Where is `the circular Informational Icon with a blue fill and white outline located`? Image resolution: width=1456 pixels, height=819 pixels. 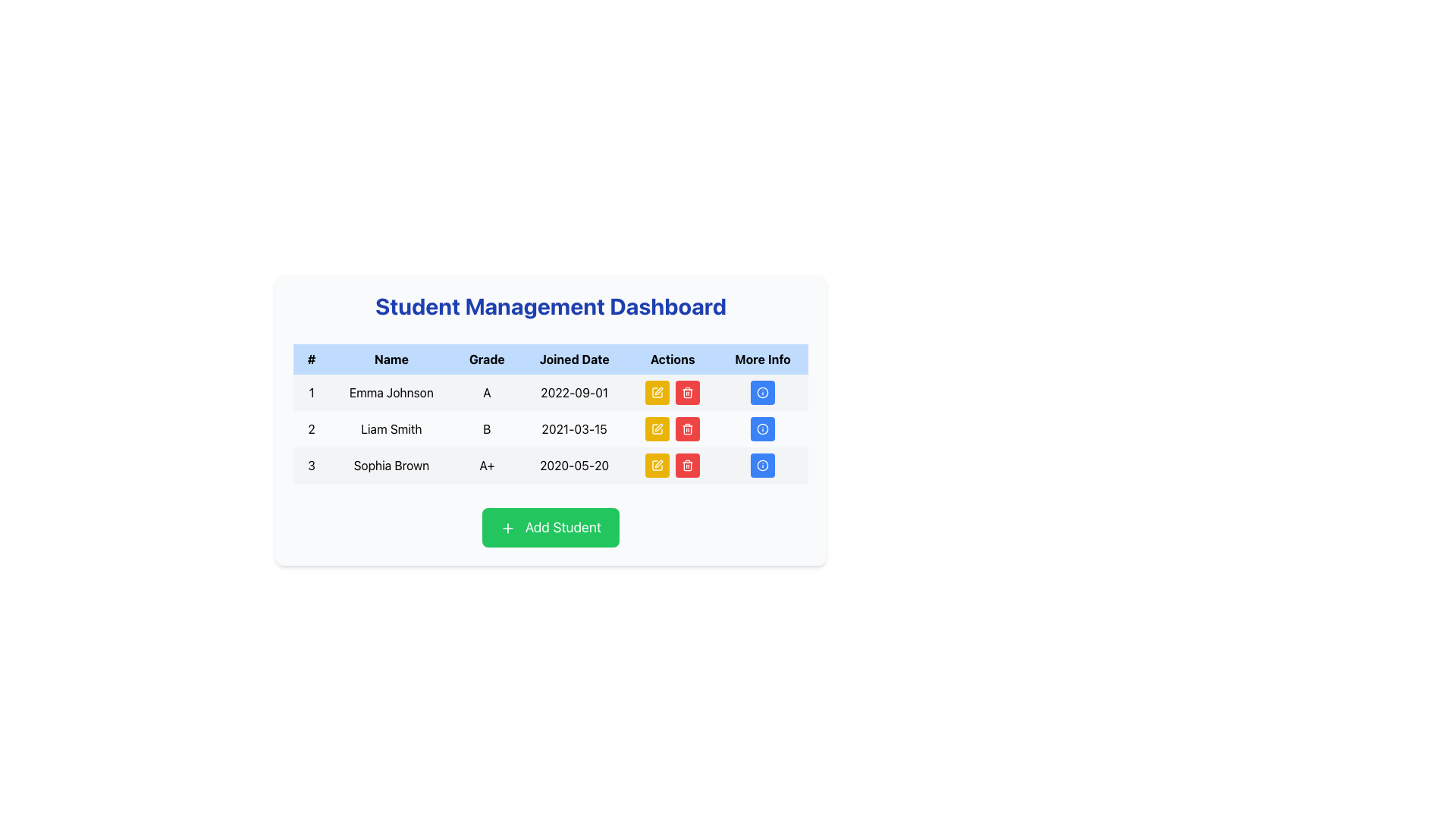
the circular Informational Icon with a blue fill and white outline located is located at coordinates (763, 429).